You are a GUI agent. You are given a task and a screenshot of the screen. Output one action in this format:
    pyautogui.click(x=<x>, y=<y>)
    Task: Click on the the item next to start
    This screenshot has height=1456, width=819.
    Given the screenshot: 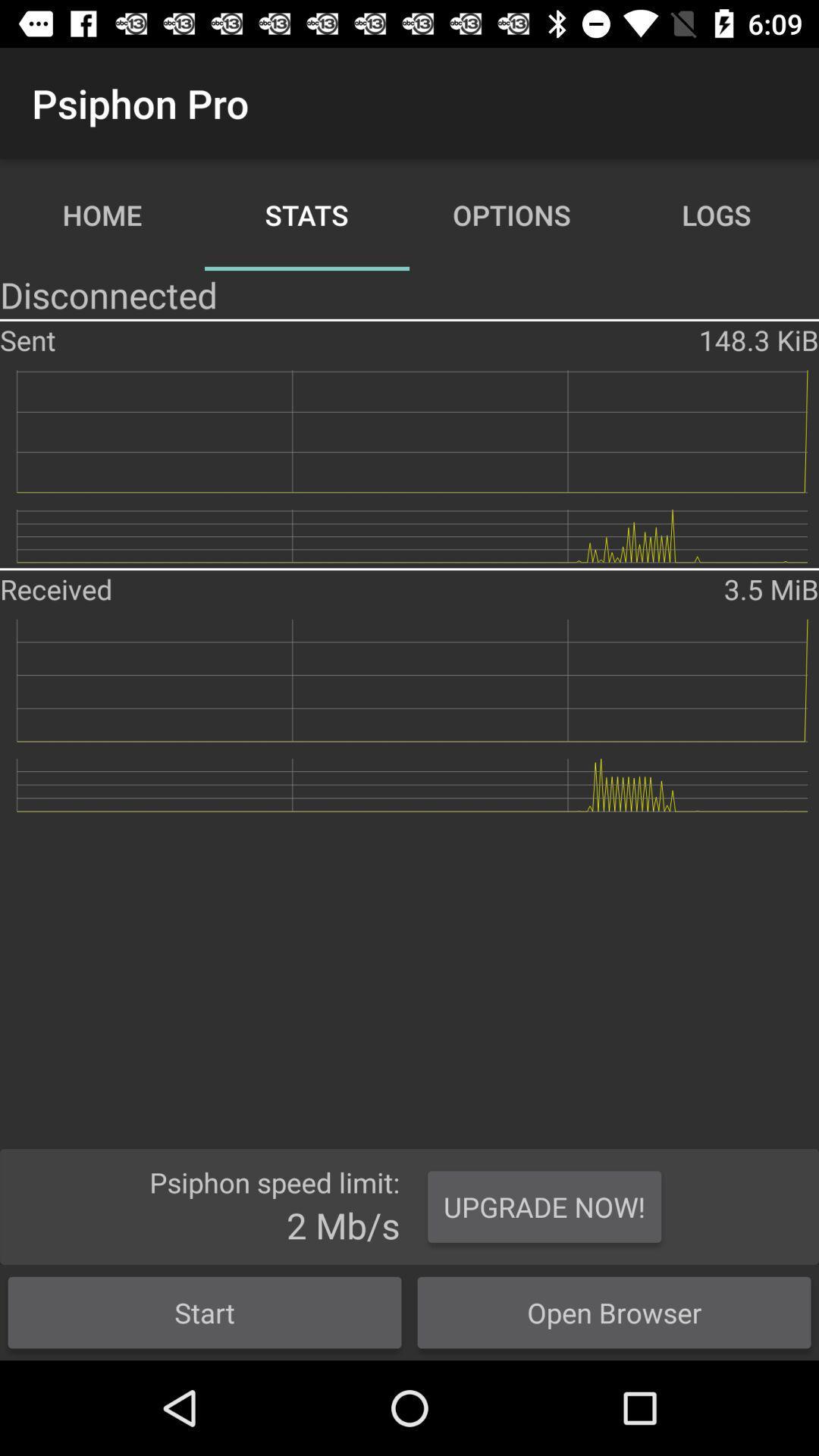 What is the action you would take?
    pyautogui.click(x=614, y=1312)
    